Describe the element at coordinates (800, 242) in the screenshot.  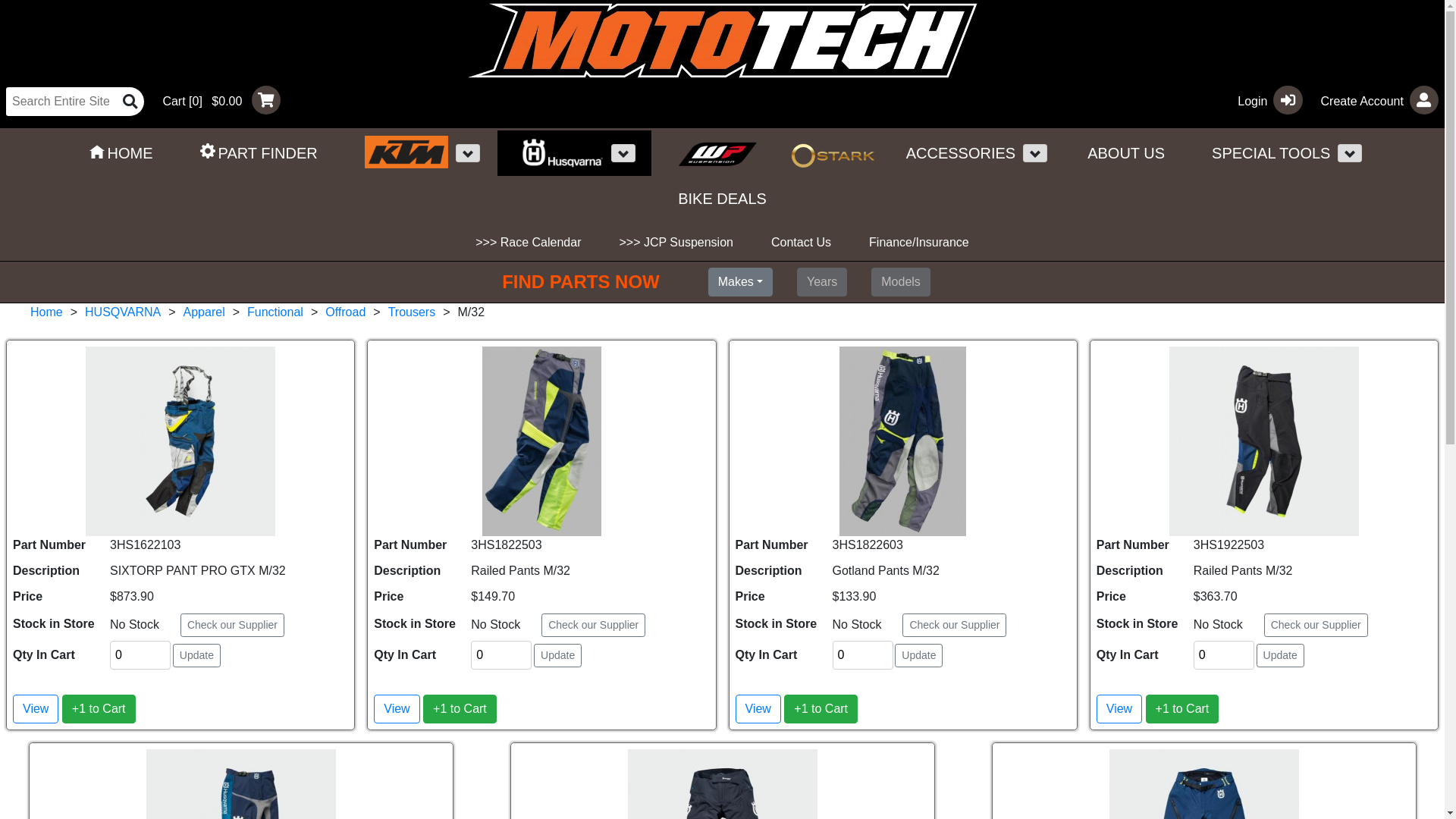
I see `'Contact Us'` at that location.